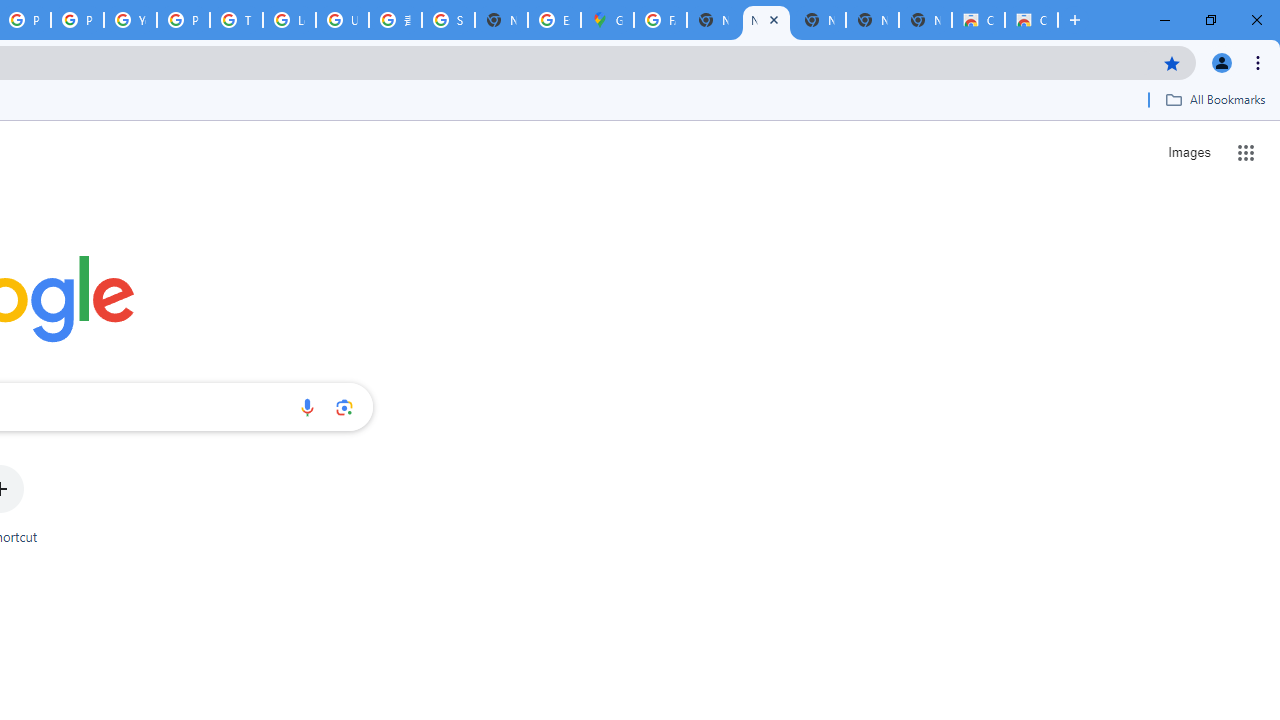 Image resolution: width=1280 pixels, height=720 pixels. Describe the element at coordinates (129, 20) in the screenshot. I see `'YouTube'` at that location.